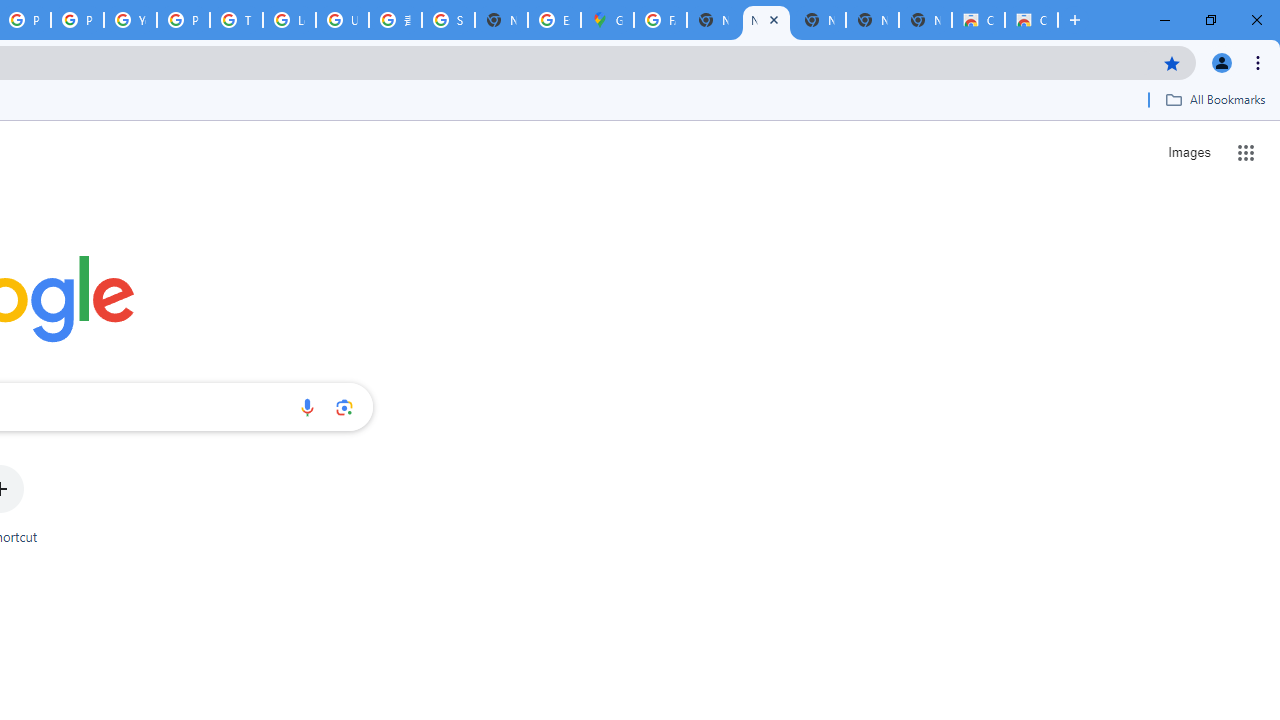 Image resolution: width=1280 pixels, height=720 pixels. Describe the element at coordinates (129, 20) in the screenshot. I see `'YouTube'` at that location.